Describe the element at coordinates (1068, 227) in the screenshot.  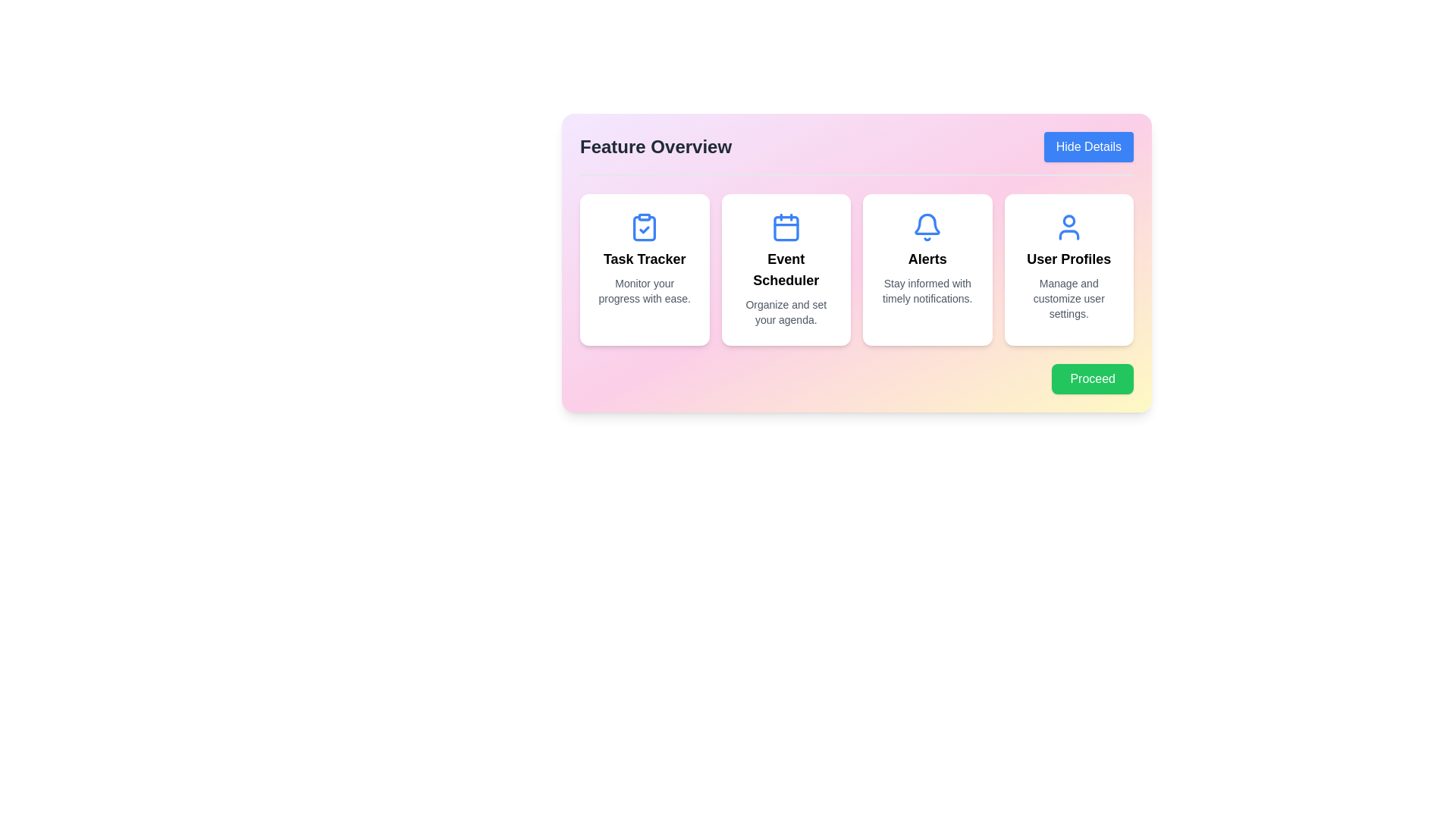
I see `the user icon with a blue outline located at the bottom-right of the 'User Profiles' card under the 'Feature Overview' heading` at that location.